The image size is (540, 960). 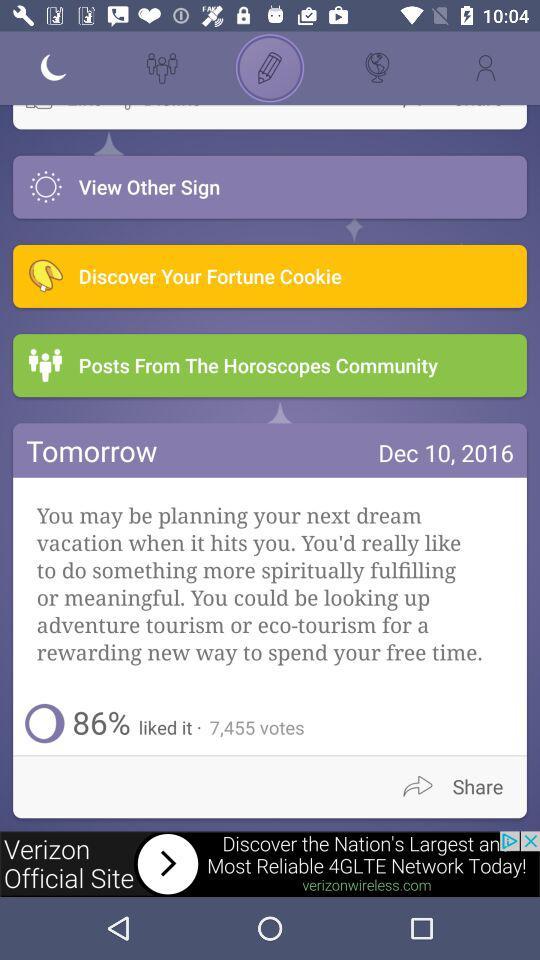 I want to click on the text share along with the icon present left to it, so click(x=461, y=786).